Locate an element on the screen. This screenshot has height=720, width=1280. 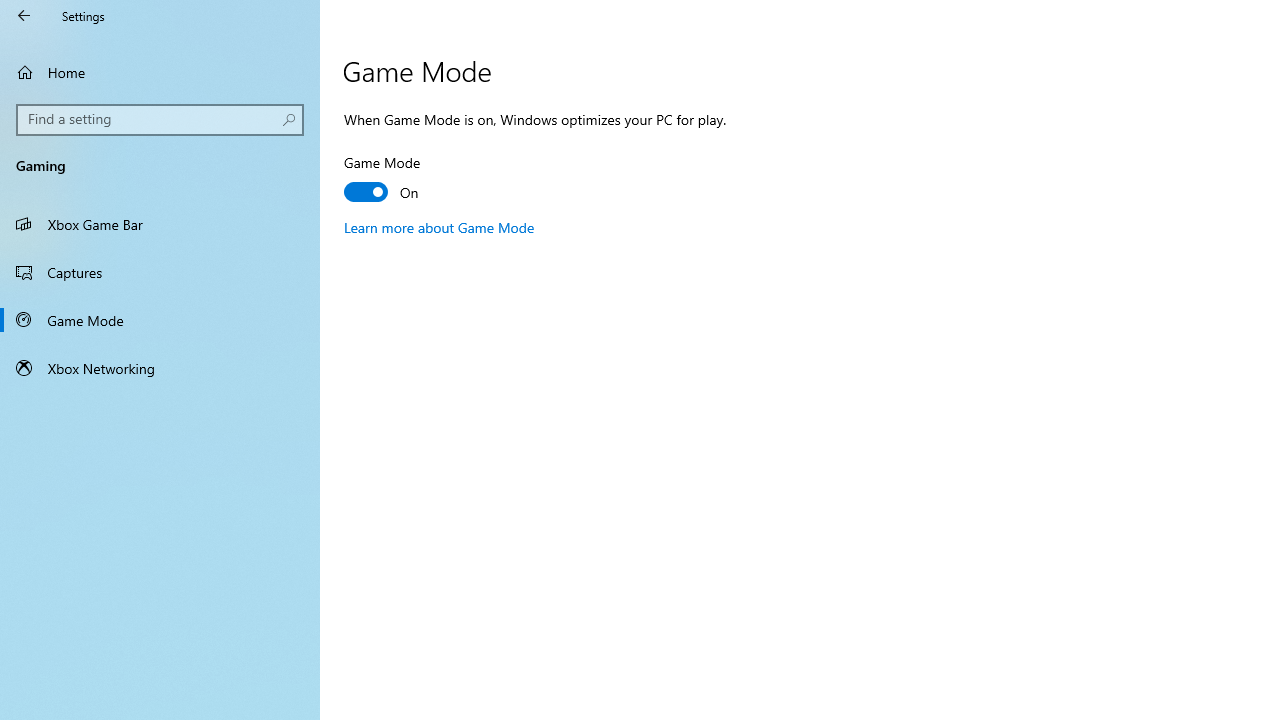
'Game Mode' is located at coordinates (160, 319).